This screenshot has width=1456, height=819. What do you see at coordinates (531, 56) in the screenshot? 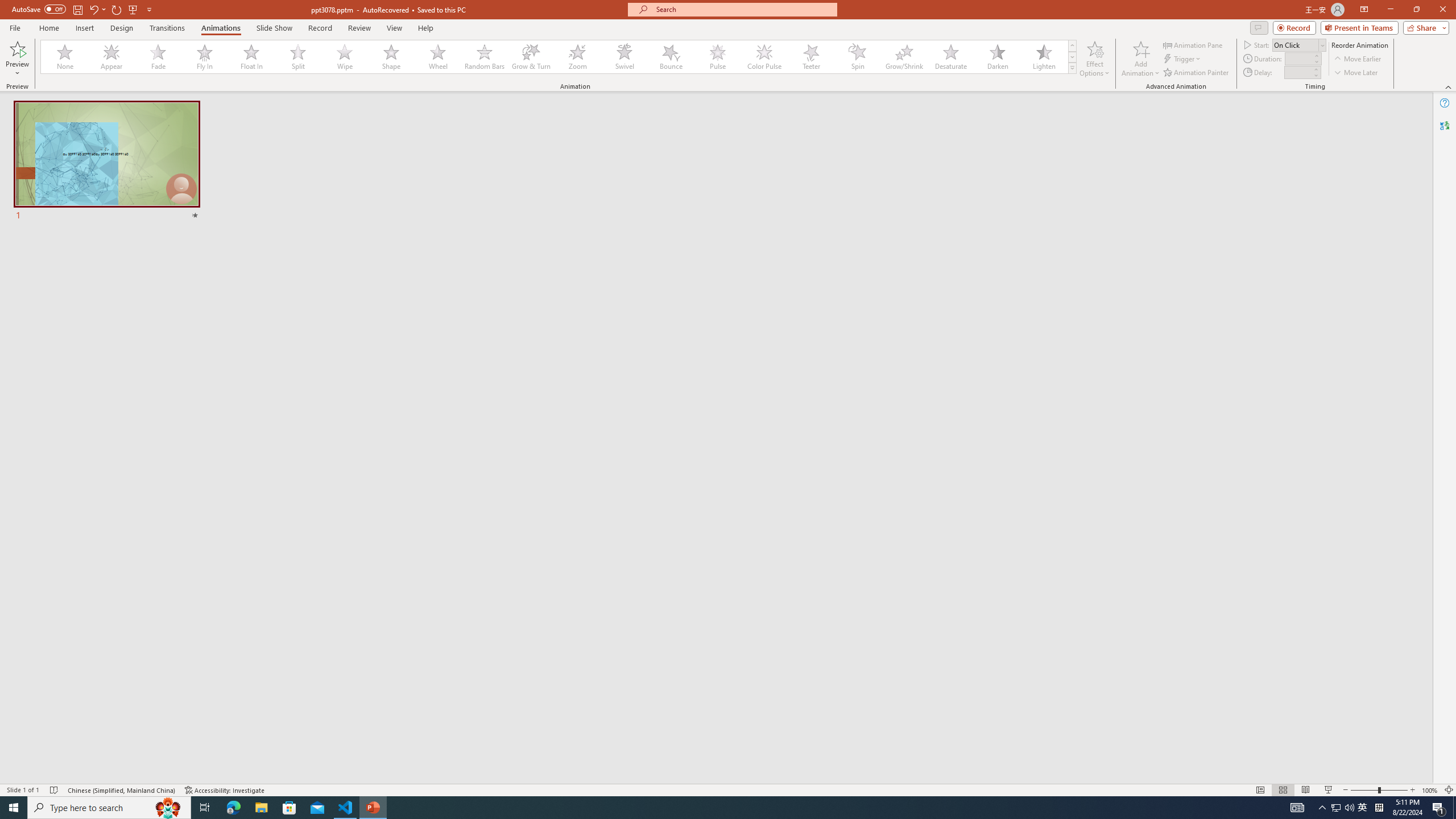
I see `'Grow & Turn'` at bounding box center [531, 56].